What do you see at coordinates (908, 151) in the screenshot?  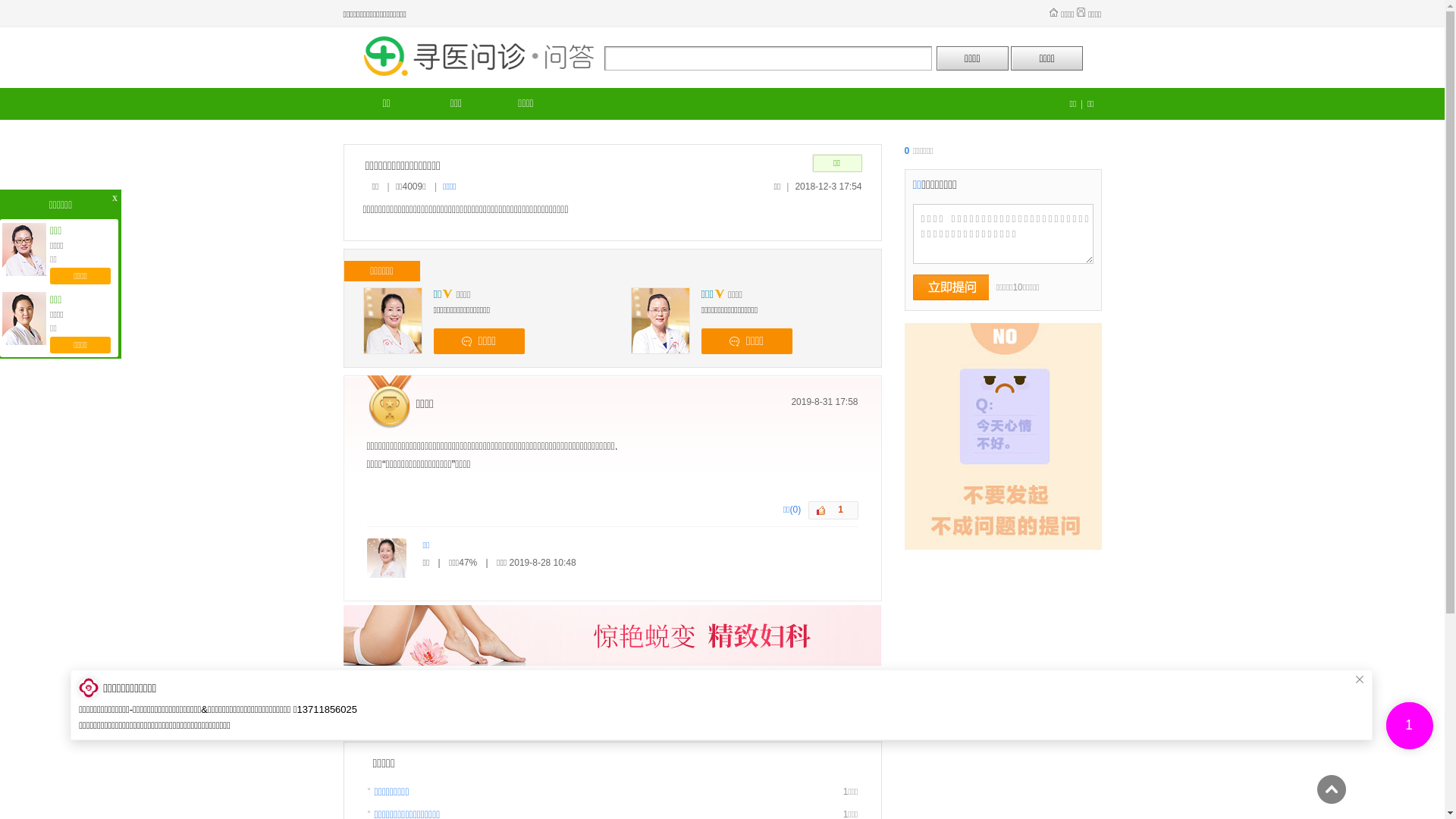 I see `'0'` at bounding box center [908, 151].